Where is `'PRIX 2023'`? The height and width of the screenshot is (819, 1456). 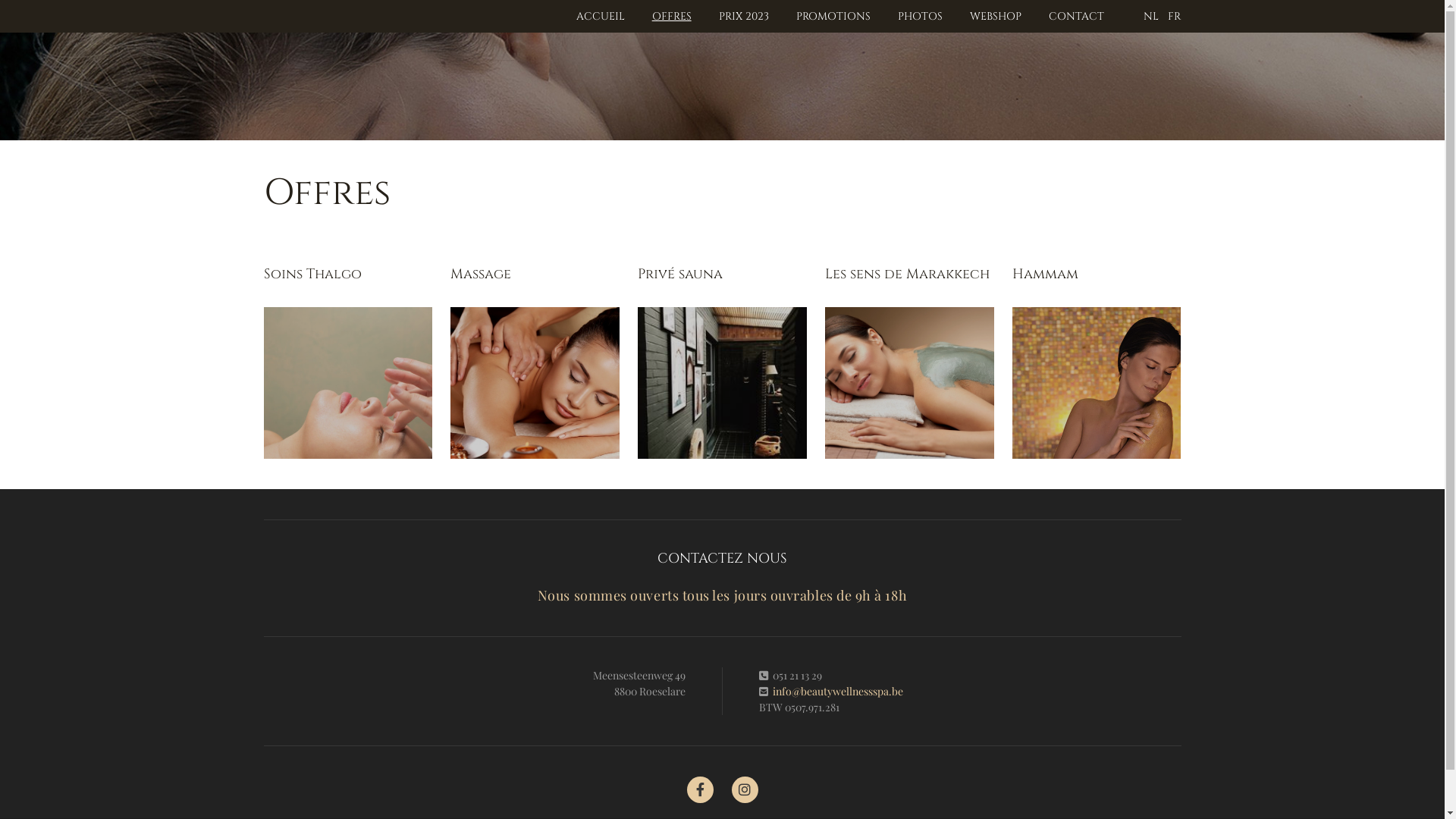
'PRIX 2023' is located at coordinates (743, 16).